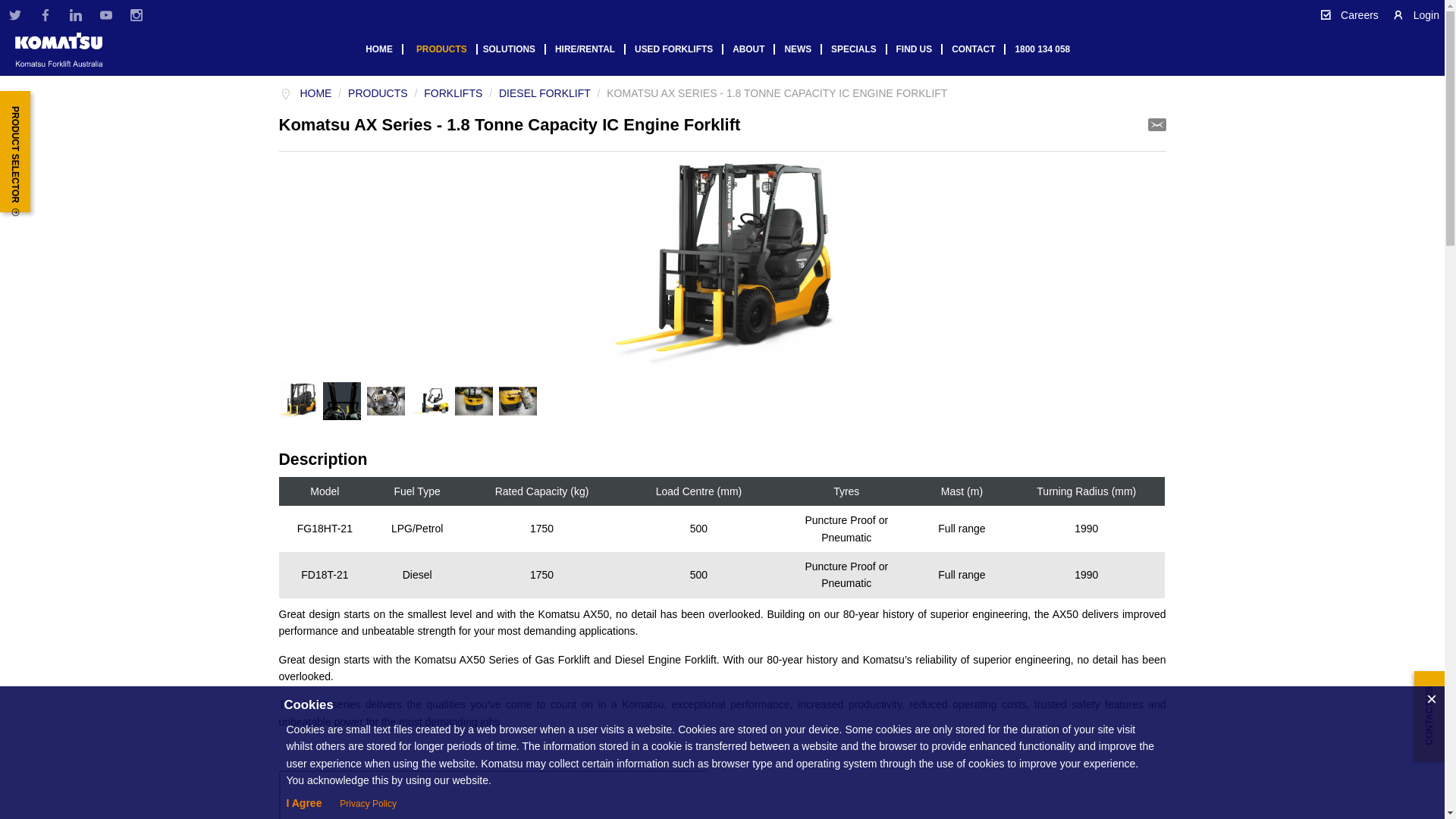 Image resolution: width=1456 pixels, height=819 pixels. What do you see at coordinates (303, 802) in the screenshot?
I see `'I Agree'` at bounding box center [303, 802].